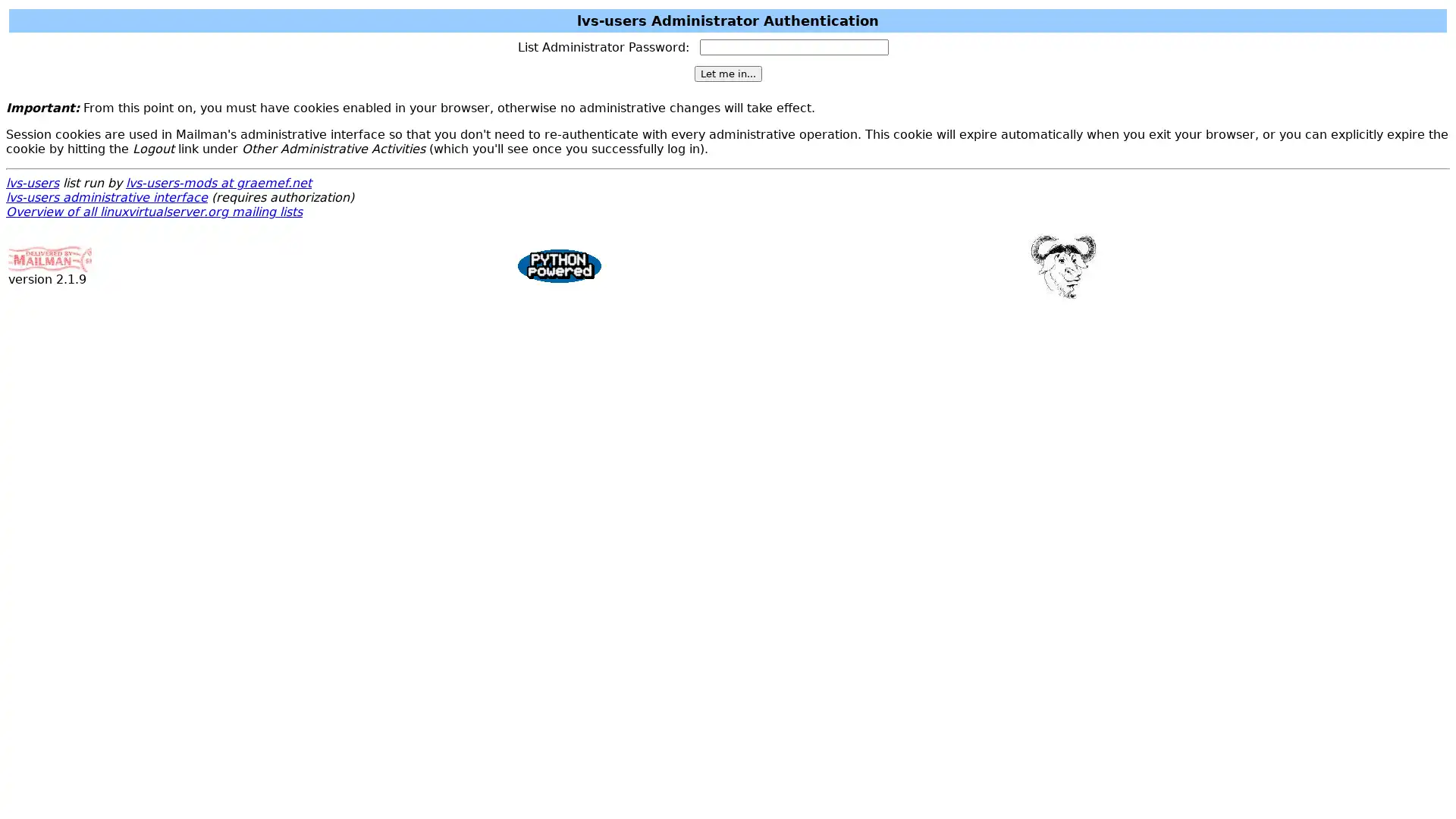 This screenshot has width=1456, height=819. Describe the element at coordinates (726, 74) in the screenshot. I see `Let me in...` at that location.